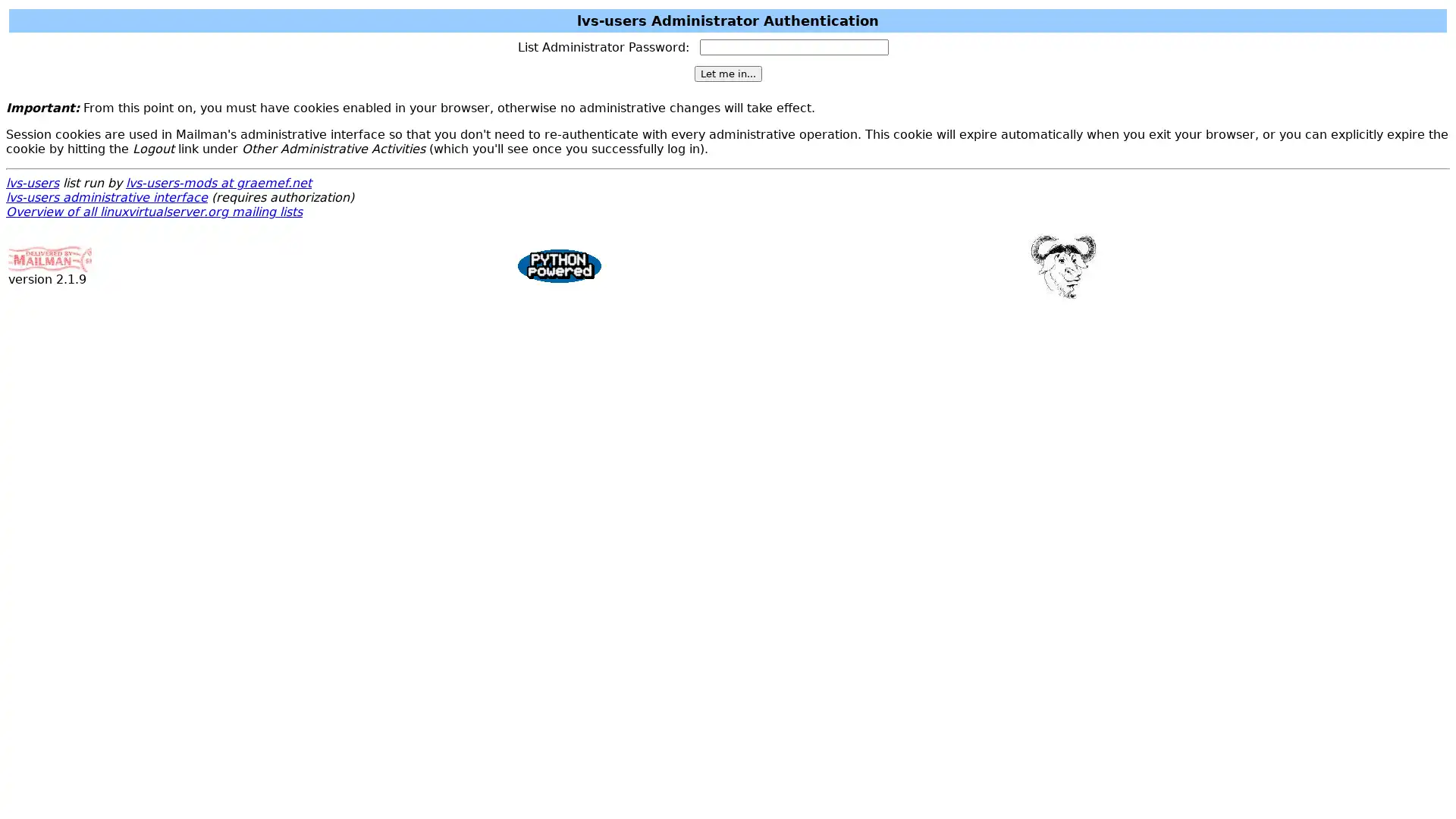 This screenshot has width=1456, height=819. Describe the element at coordinates (726, 74) in the screenshot. I see `Let me in...` at that location.